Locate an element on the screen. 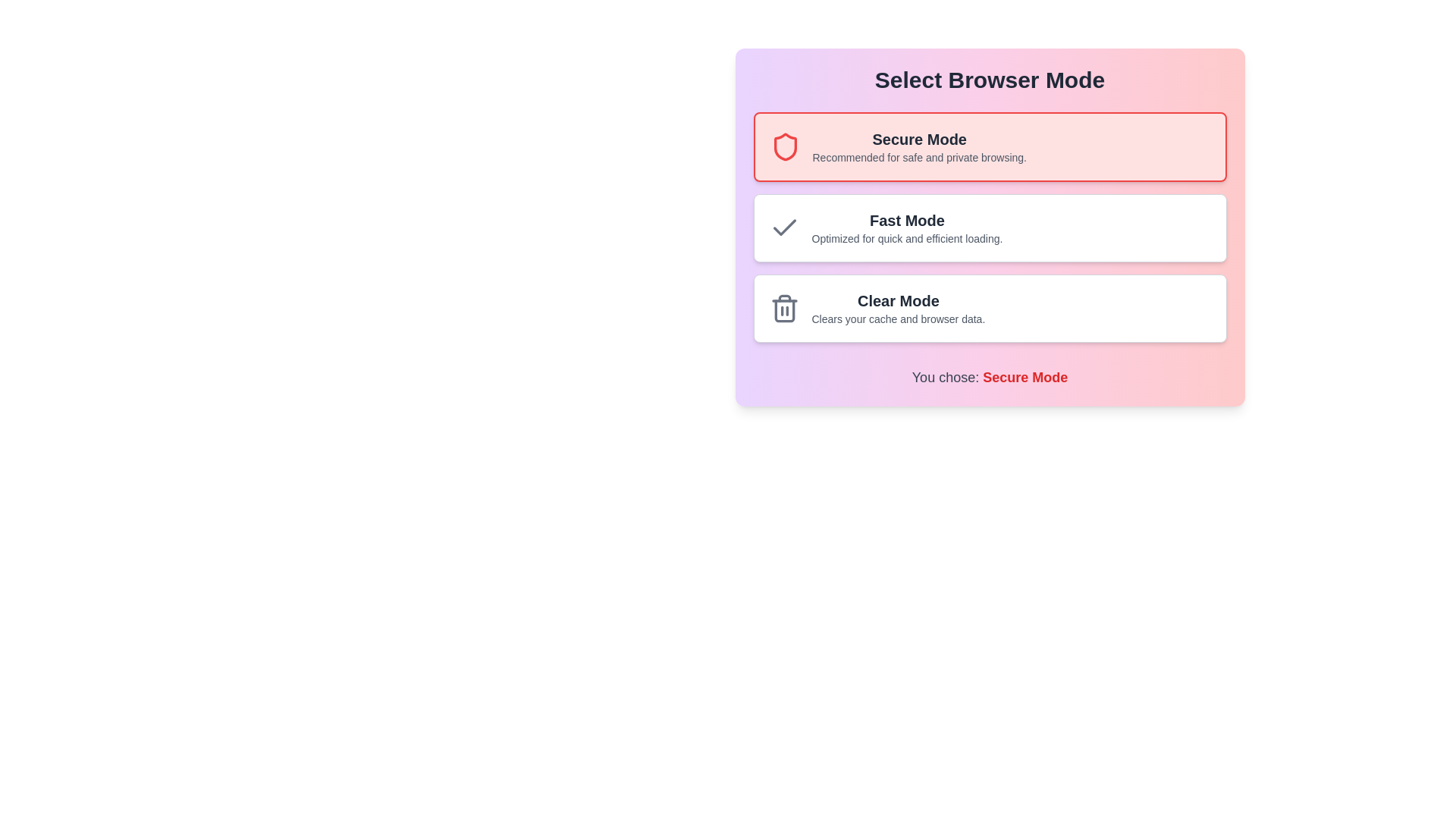 This screenshot has height=819, width=1456. text content displayed in the Text display component that shows 'You chose: Secure Mode' at the bottom of the card-like selection interface is located at coordinates (990, 376).